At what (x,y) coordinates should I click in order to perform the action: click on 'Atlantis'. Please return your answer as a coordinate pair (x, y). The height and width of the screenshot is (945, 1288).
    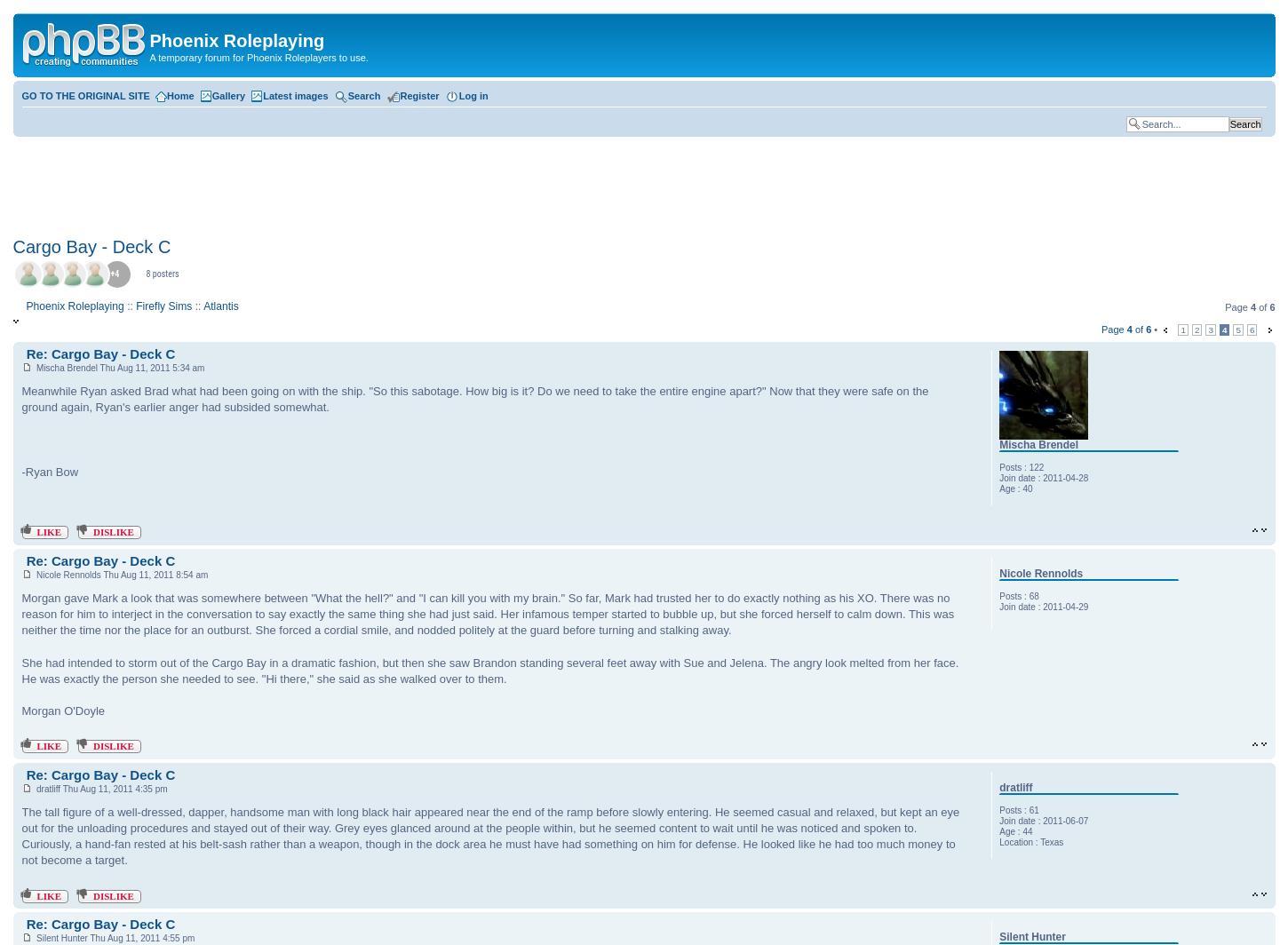
    Looking at the image, I should click on (202, 306).